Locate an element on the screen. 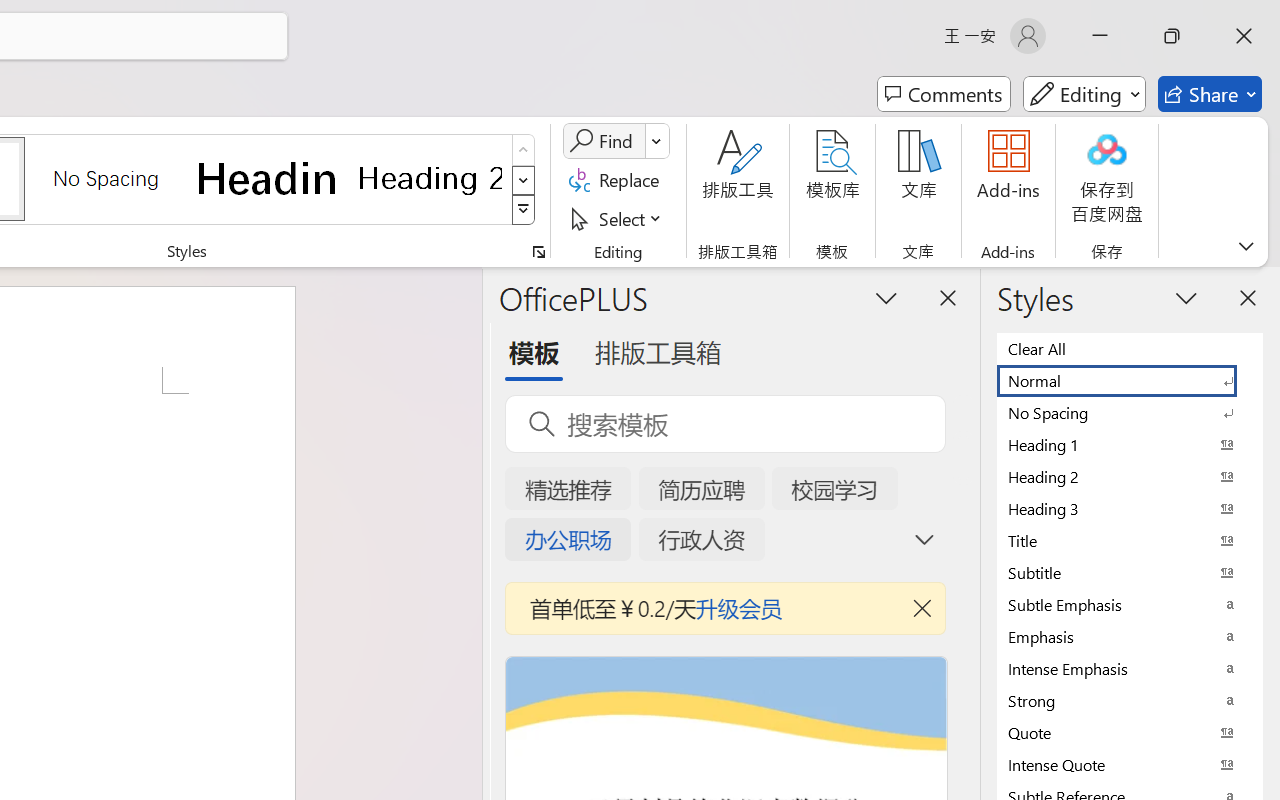  'Subtitle' is located at coordinates (1130, 571).